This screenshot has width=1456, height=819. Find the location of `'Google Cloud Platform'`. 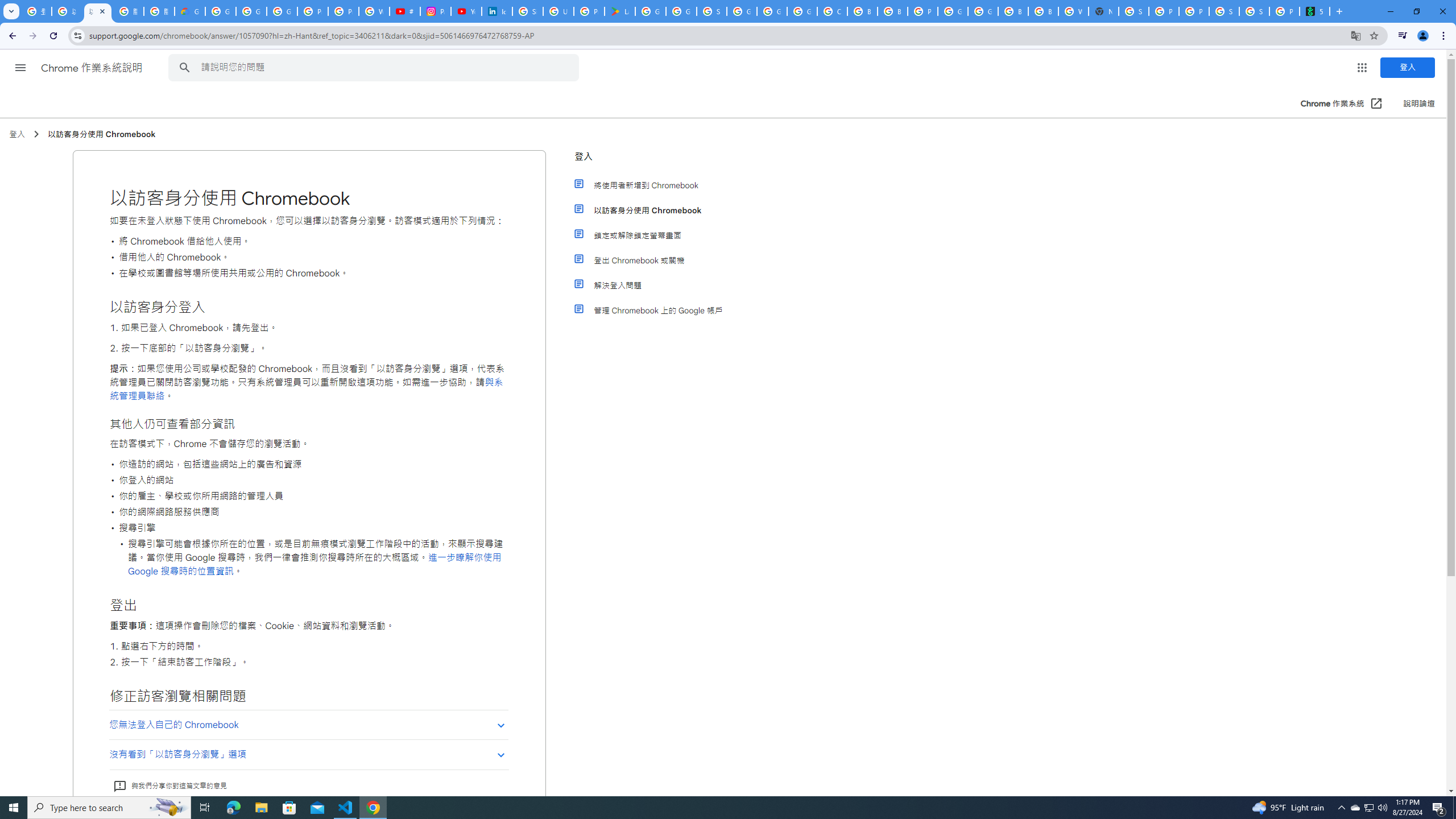

'Google Cloud Platform' is located at coordinates (983, 11).